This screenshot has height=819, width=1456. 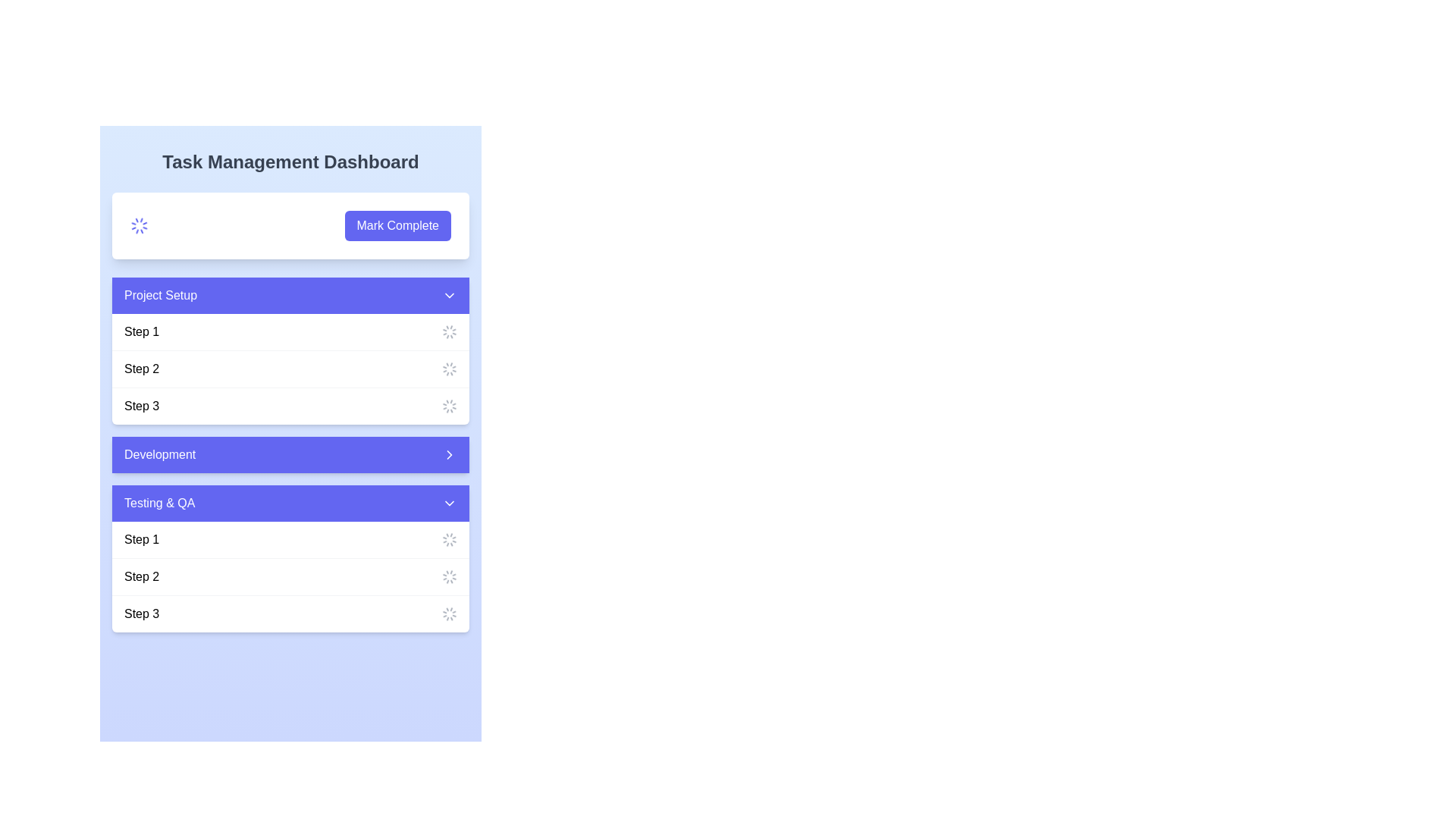 I want to click on the 'Step 2' item, so click(x=290, y=369).